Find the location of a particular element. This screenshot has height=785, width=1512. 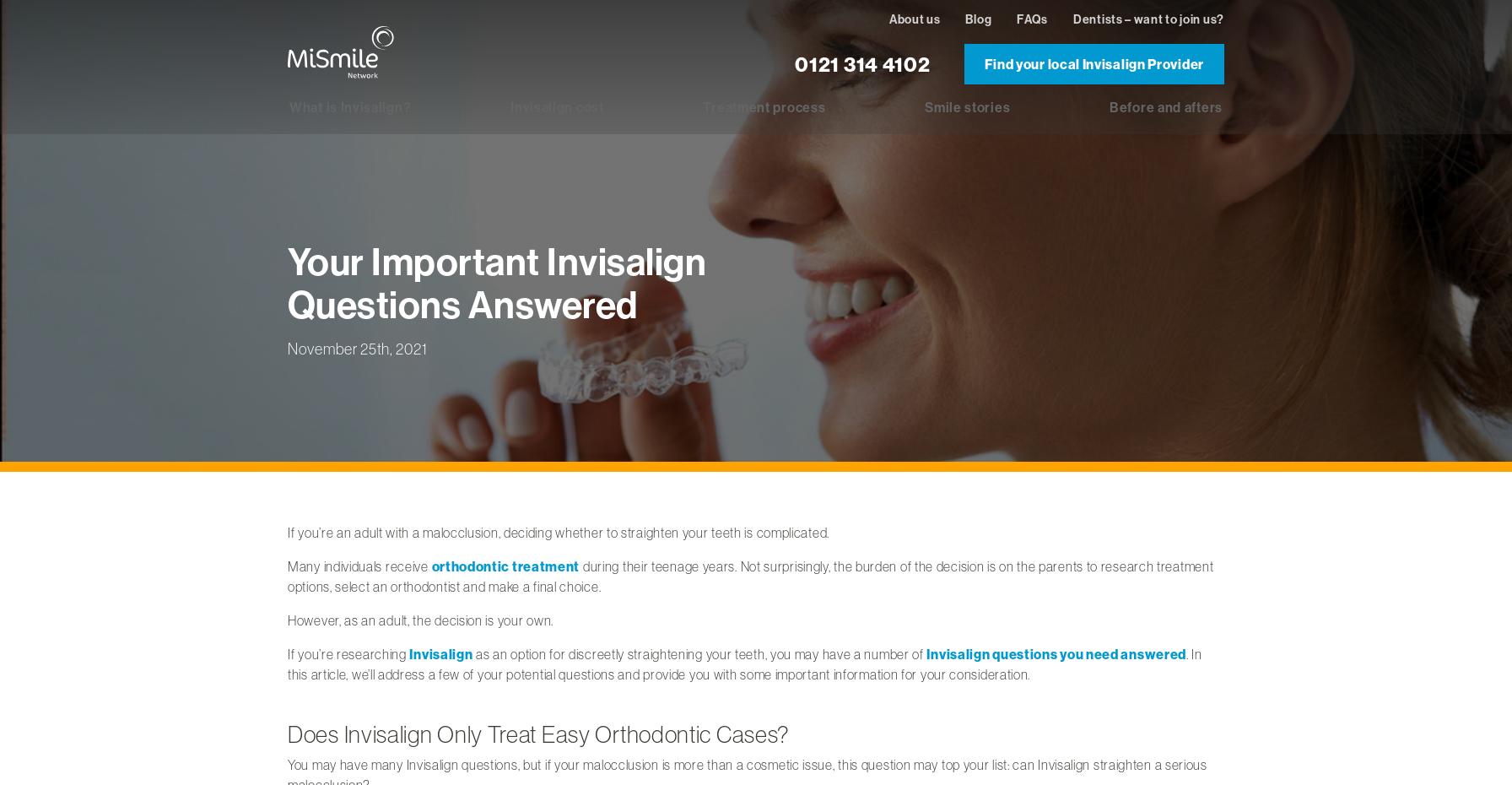

'0121 314 4102' is located at coordinates (795, 62).